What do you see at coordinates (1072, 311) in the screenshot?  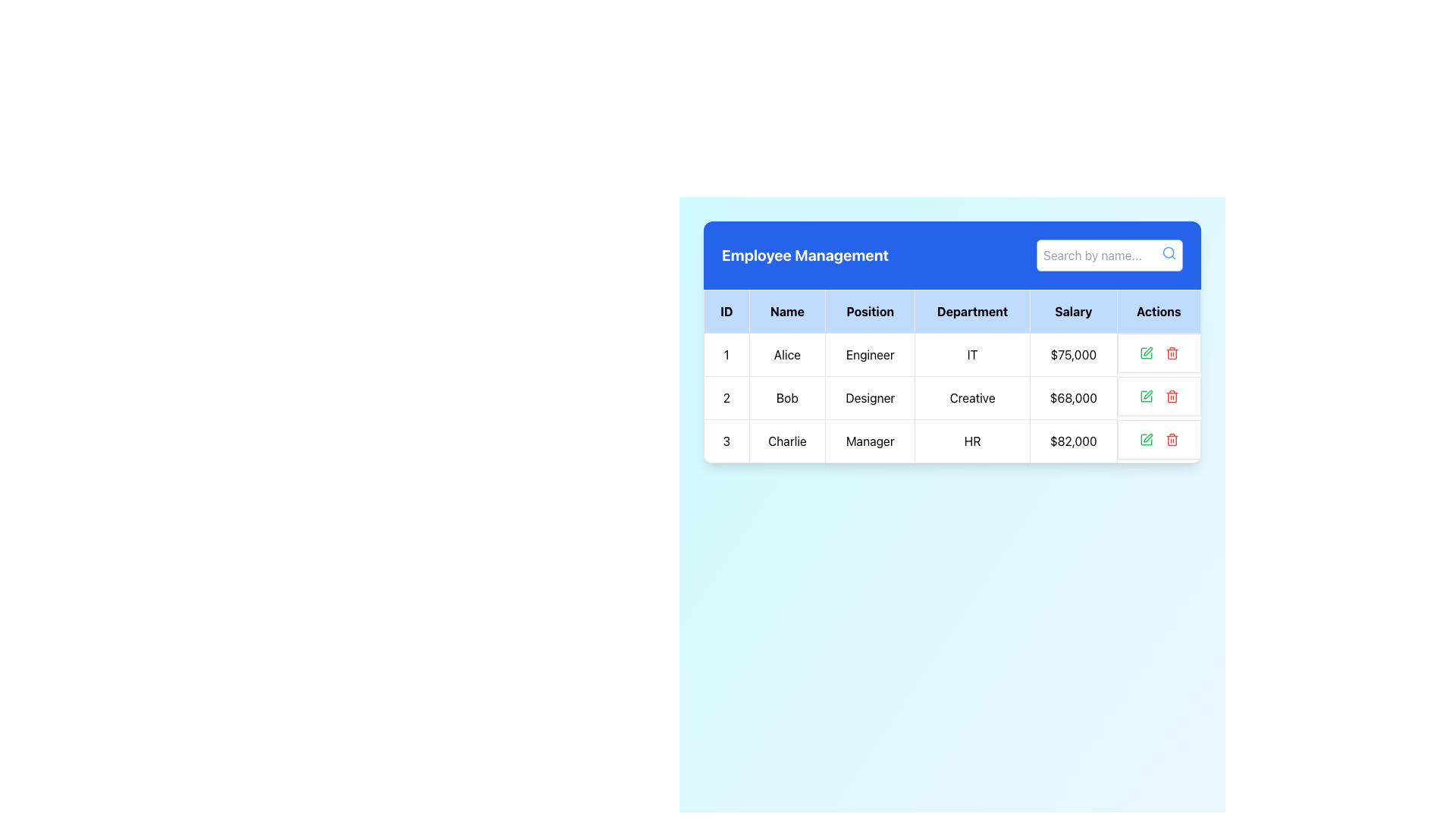 I see `the fifth column header of the table that labels the salary data for employees, located between 'Department' and 'Actions' in the Employee Management table` at bounding box center [1072, 311].